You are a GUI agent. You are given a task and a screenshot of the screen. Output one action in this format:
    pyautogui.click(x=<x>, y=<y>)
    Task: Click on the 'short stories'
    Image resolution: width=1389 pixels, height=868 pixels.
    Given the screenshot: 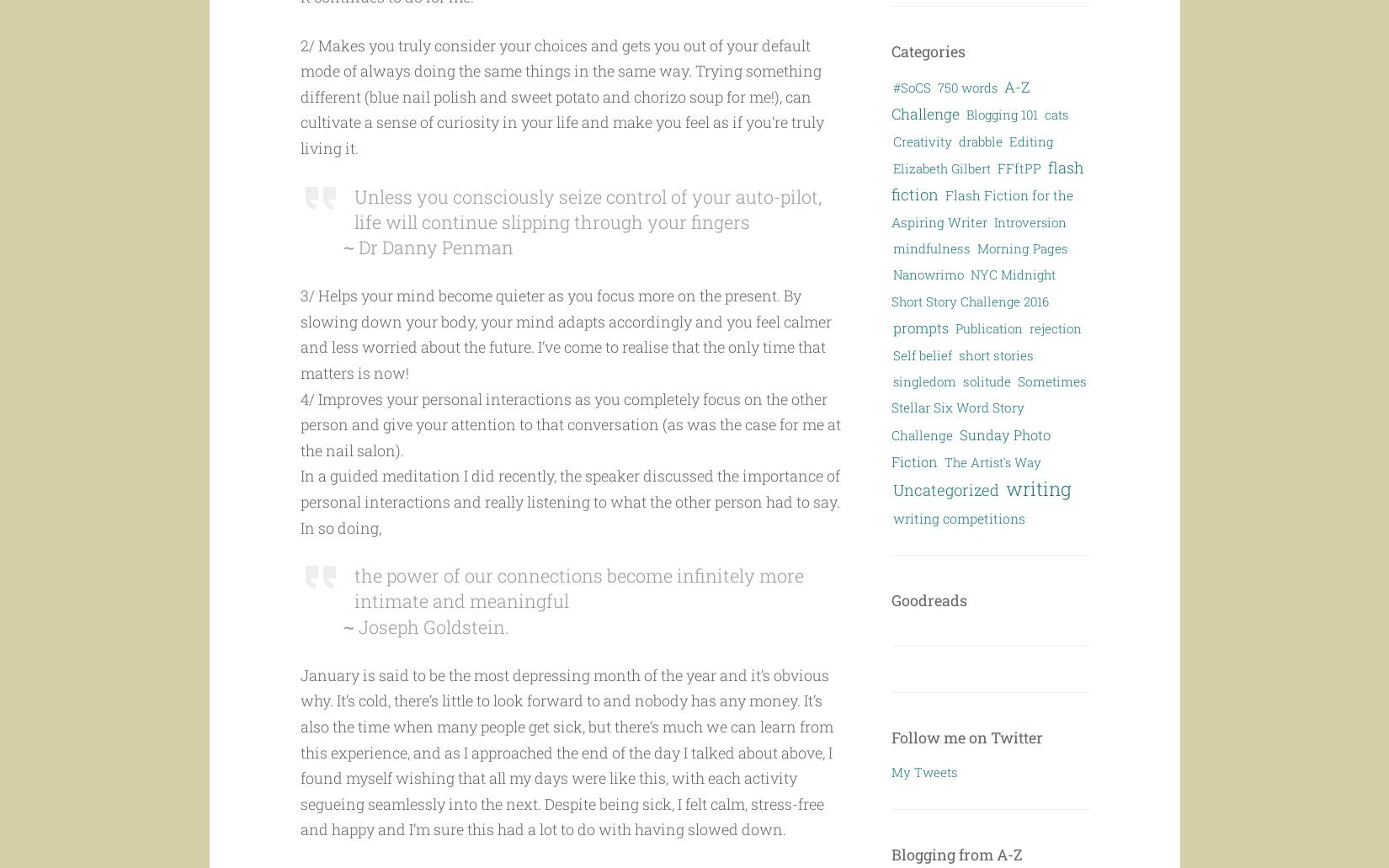 What is the action you would take?
    pyautogui.click(x=996, y=354)
    